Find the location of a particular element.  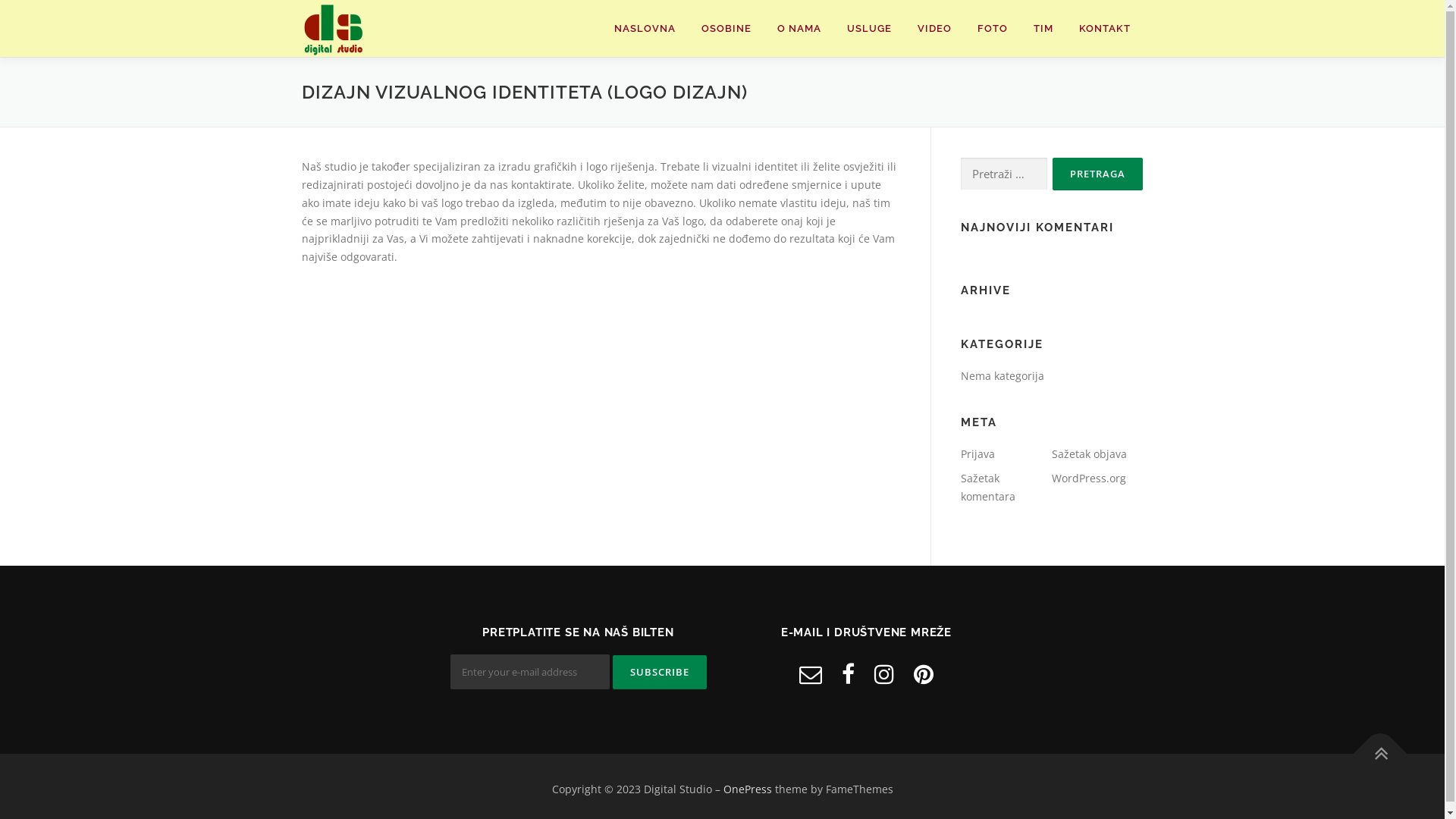

'Instagram' is located at coordinates (884, 673).